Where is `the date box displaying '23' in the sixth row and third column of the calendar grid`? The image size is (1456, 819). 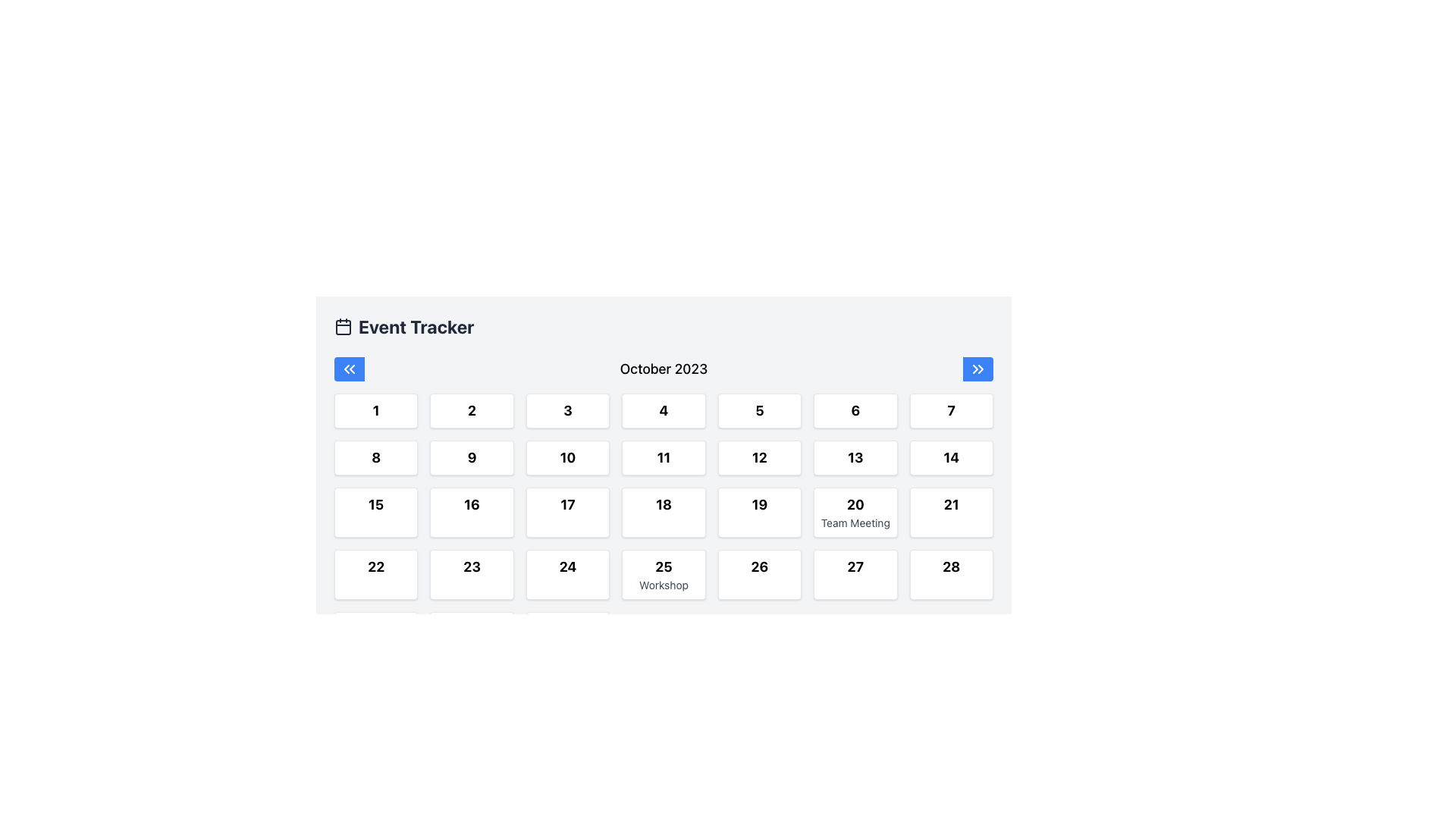
the date box displaying '23' in the sixth row and third column of the calendar grid is located at coordinates (471, 575).